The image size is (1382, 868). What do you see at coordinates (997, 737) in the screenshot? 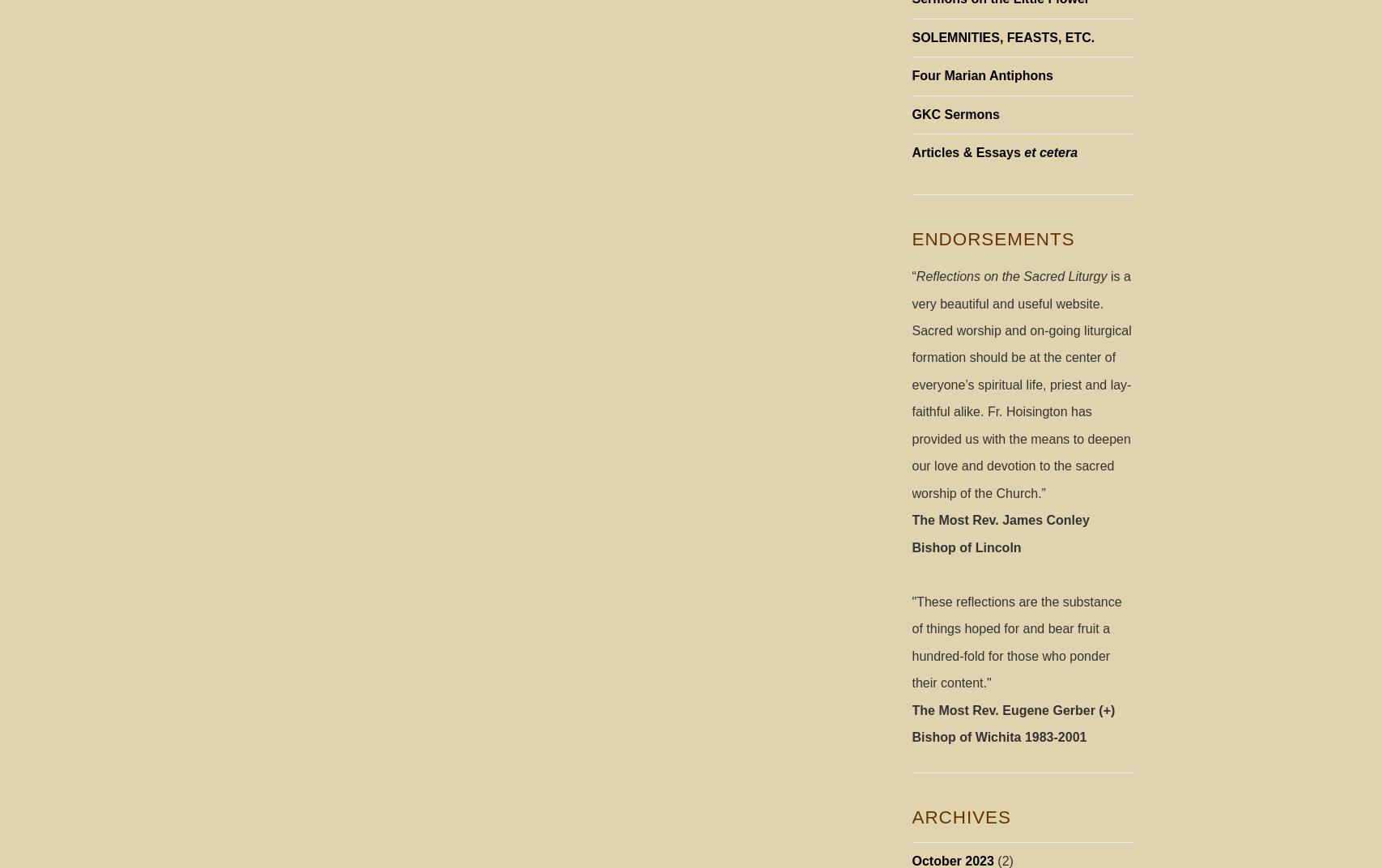
I see `'Bishop of Wichita 1983-2001'` at bounding box center [997, 737].